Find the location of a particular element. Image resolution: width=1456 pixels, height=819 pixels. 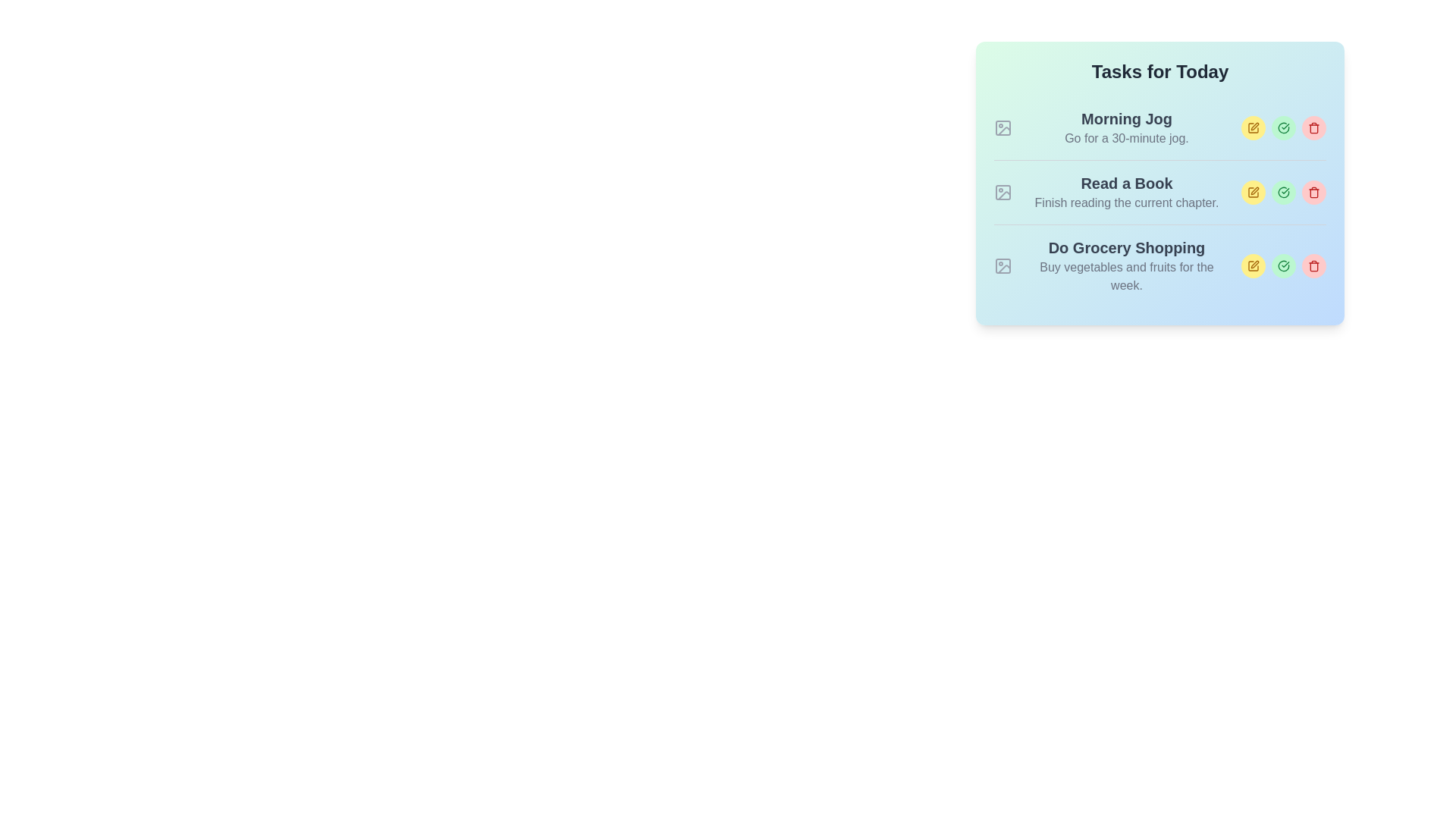

the interactive button with a light red background and a solid red trash can icon is located at coordinates (1313, 127).